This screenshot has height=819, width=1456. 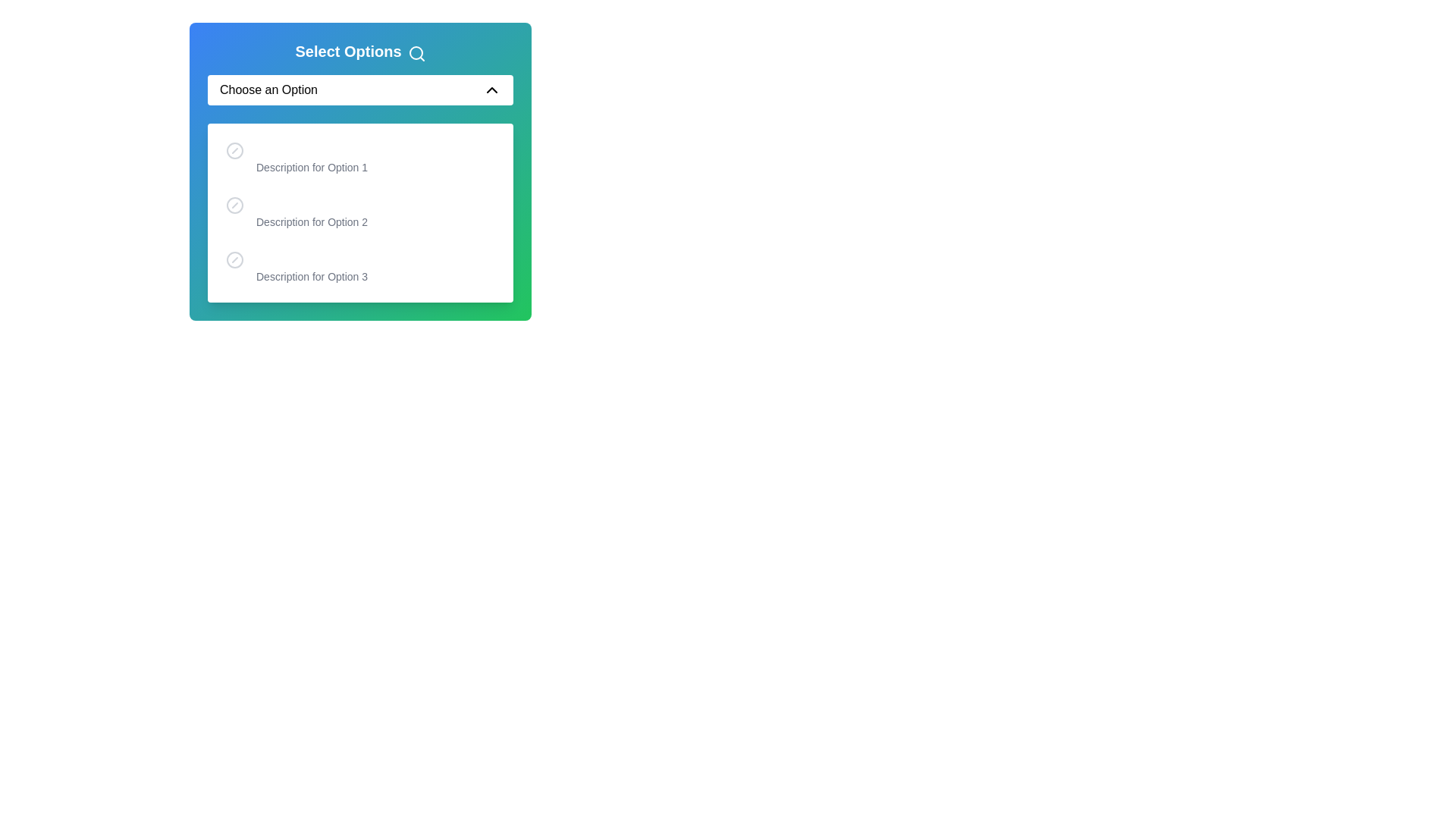 I want to click on the circular gray icon with a slash through it located to the left of the label 'Option 2', so click(x=234, y=205).